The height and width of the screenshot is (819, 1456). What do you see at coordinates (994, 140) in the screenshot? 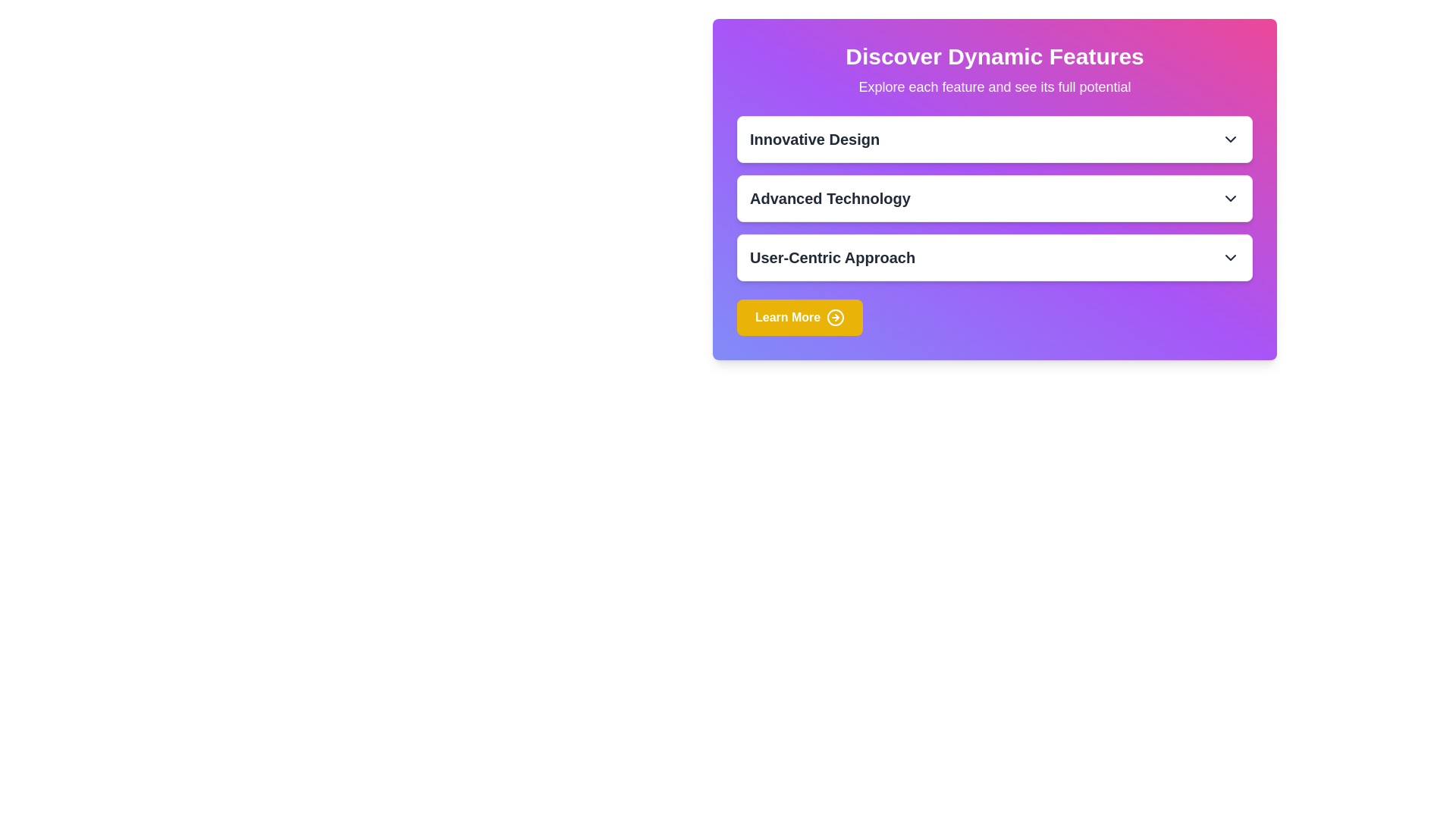
I see `the 'Innovative Design' dropdown toggle, which is the first item in a vertical list` at bounding box center [994, 140].